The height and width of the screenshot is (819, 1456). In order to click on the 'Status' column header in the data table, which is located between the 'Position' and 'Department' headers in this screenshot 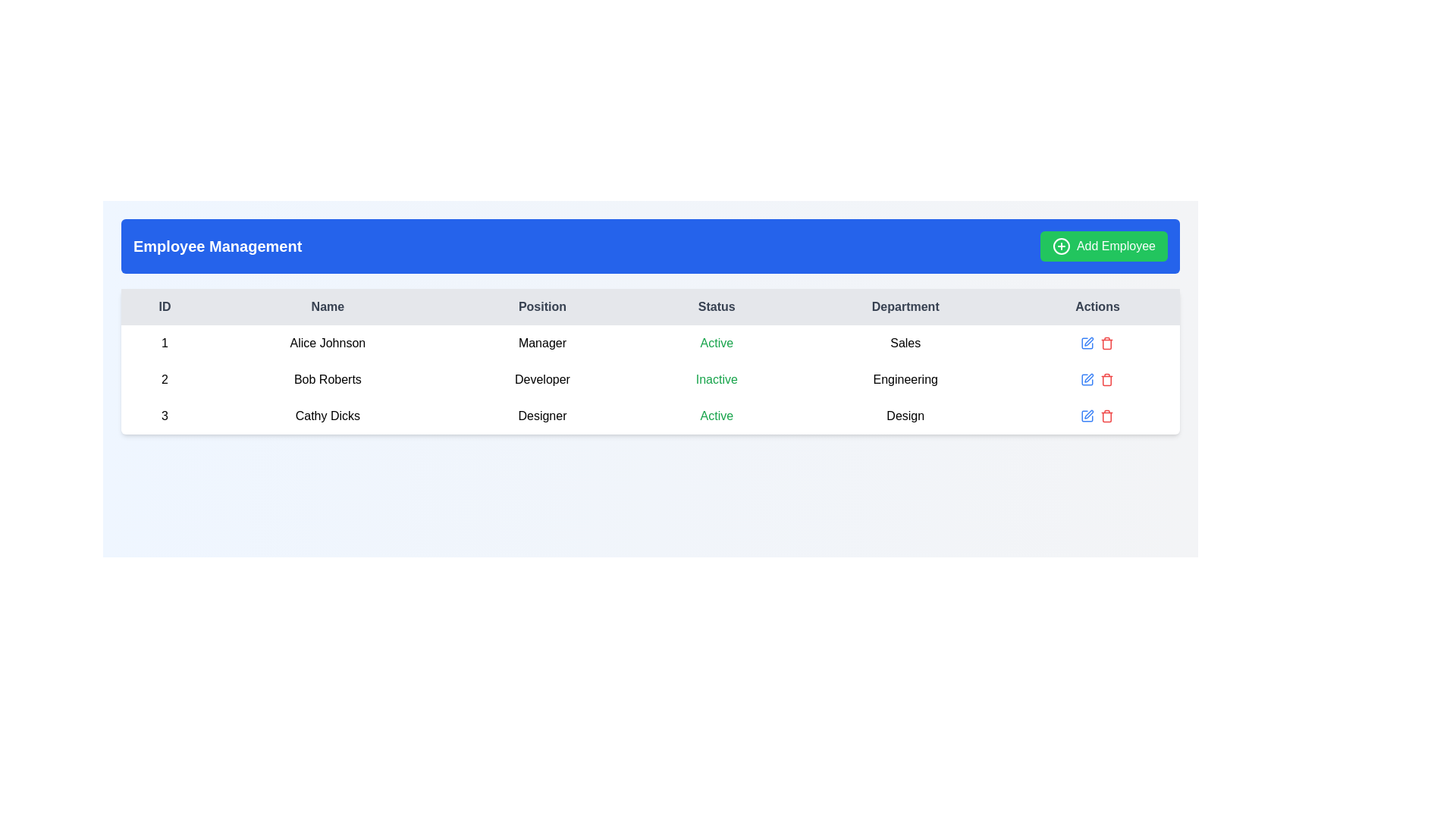, I will do `click(716, 307)`.